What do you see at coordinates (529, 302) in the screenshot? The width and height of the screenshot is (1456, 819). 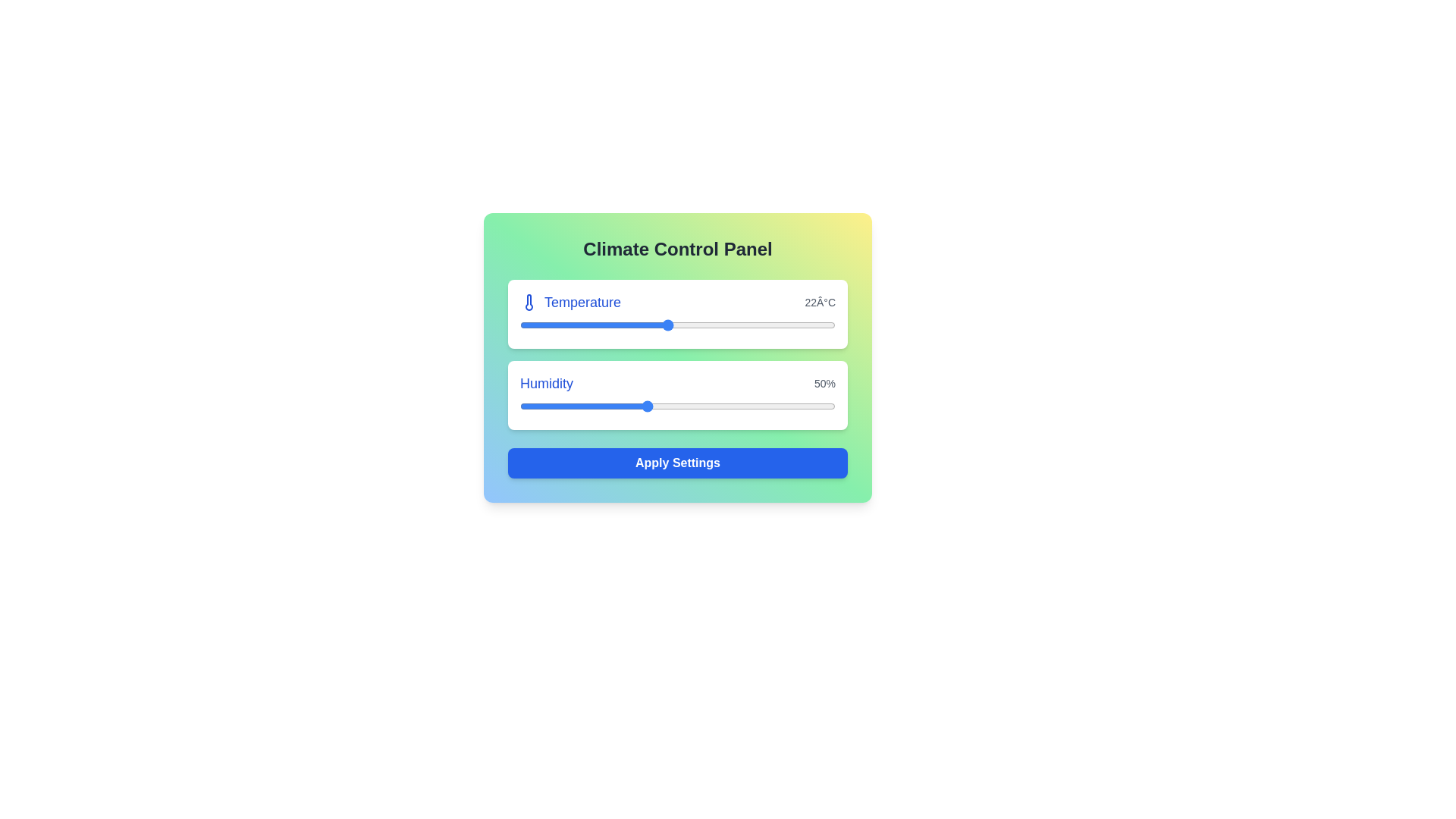 I see `the blue thermometer icon located to the left of the 'Temperature' text in the 'Temperature' section` at bounding box center [529, 302].